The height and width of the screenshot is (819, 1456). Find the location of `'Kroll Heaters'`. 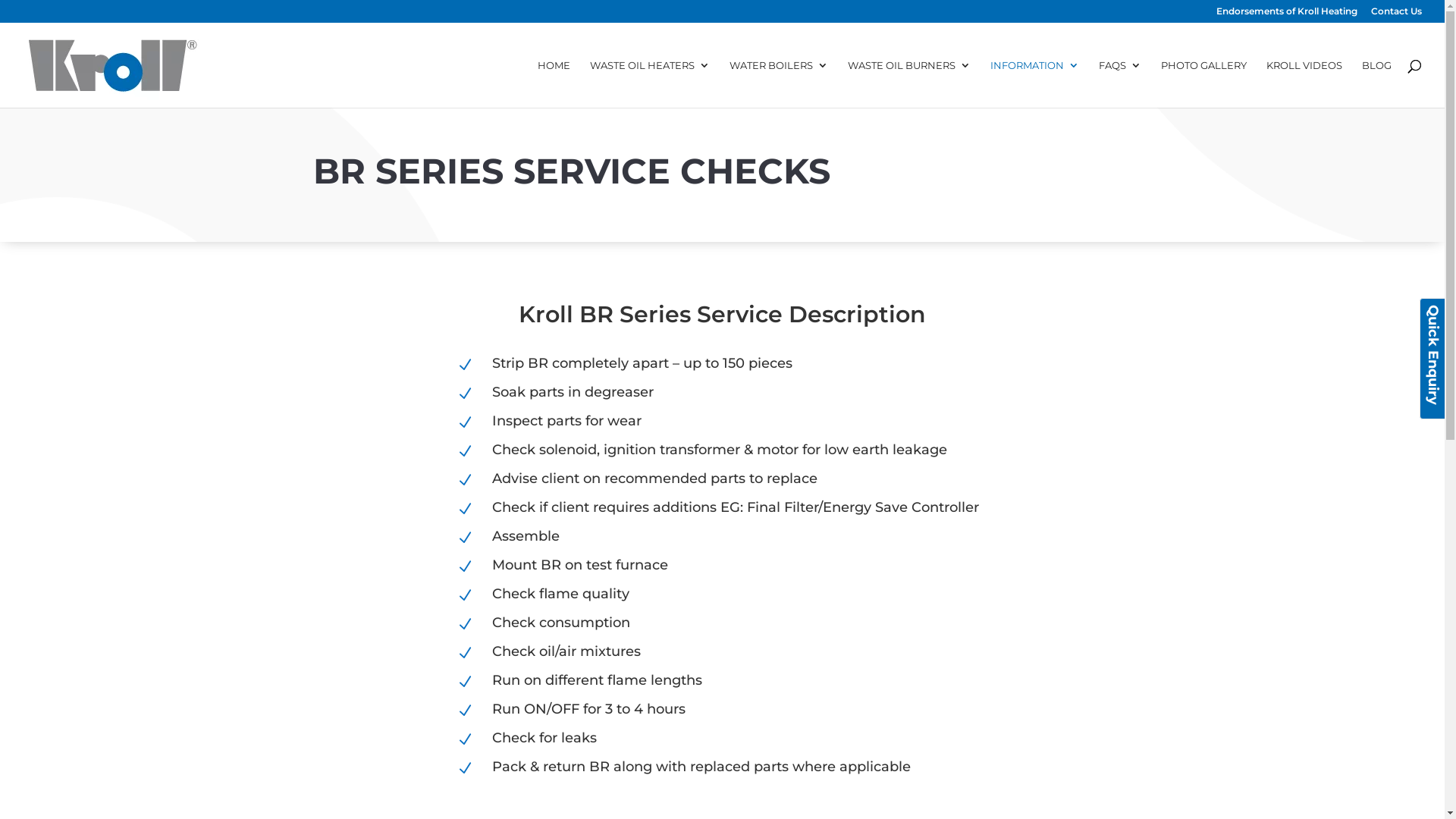

'Kroll Heaters' is located at coordinates (111, 64).